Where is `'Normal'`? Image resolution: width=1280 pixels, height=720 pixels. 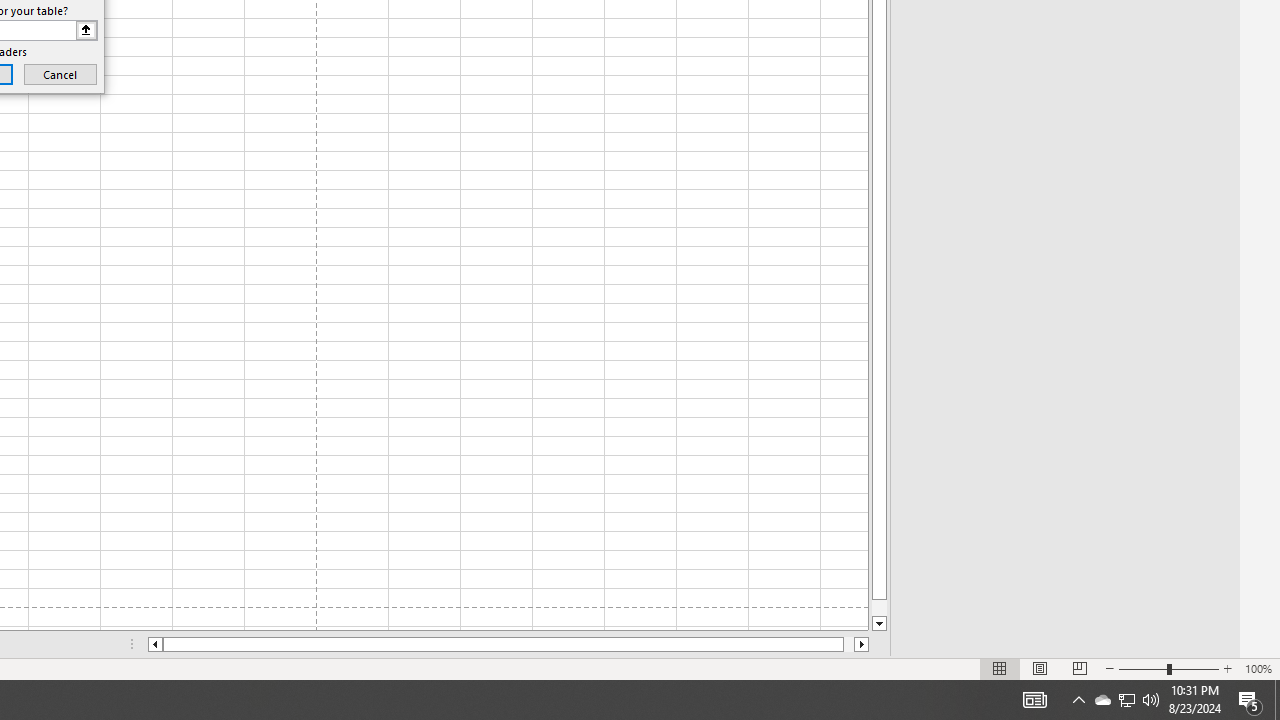 'Normal' is located at coordinates (1000, 669).